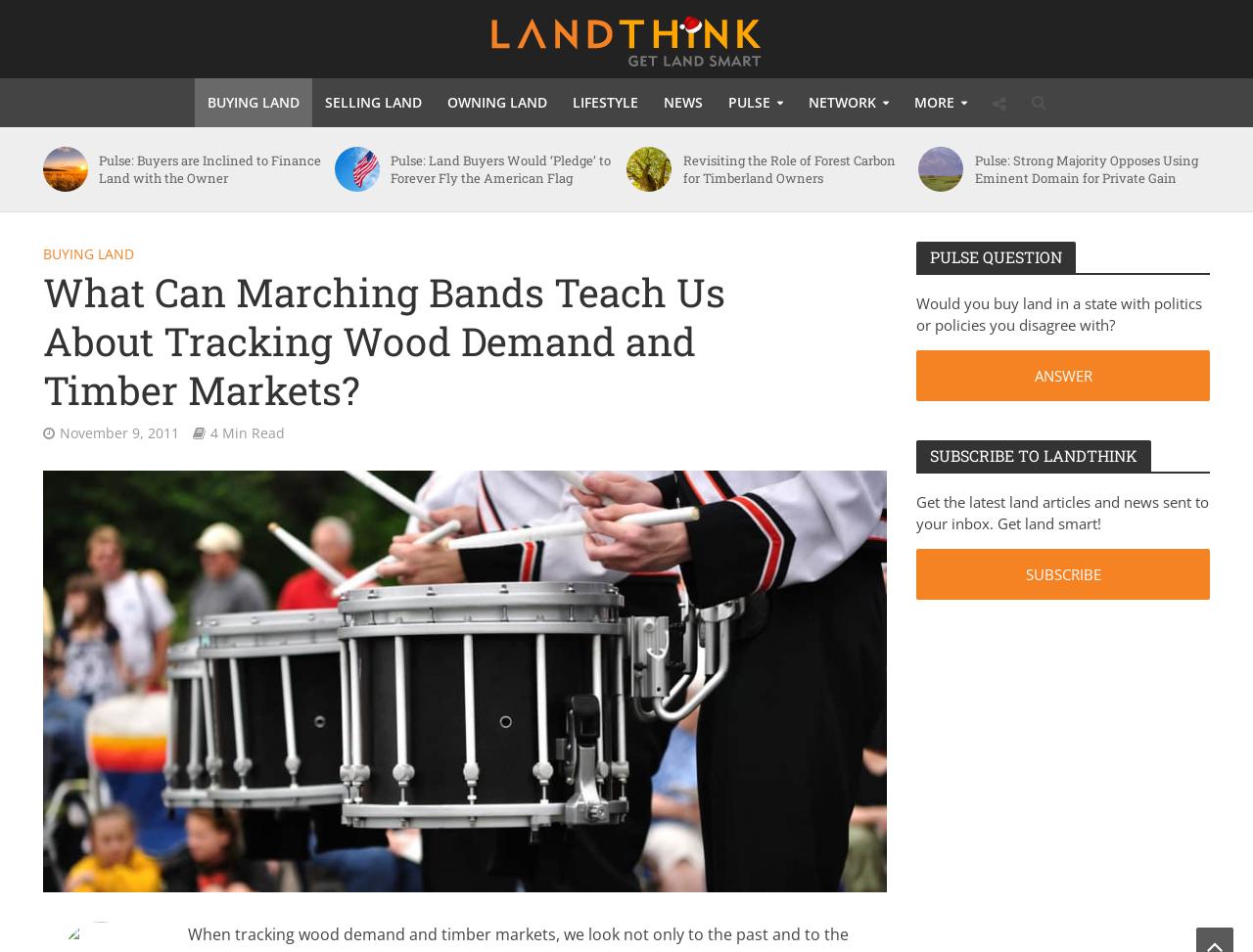  Describe the element at coordinates (500, 168) in the screenshot. I see `'Pulse: Land Buyers Would ‘Pledge’ to Forever Fly the American Flag'` at that location.